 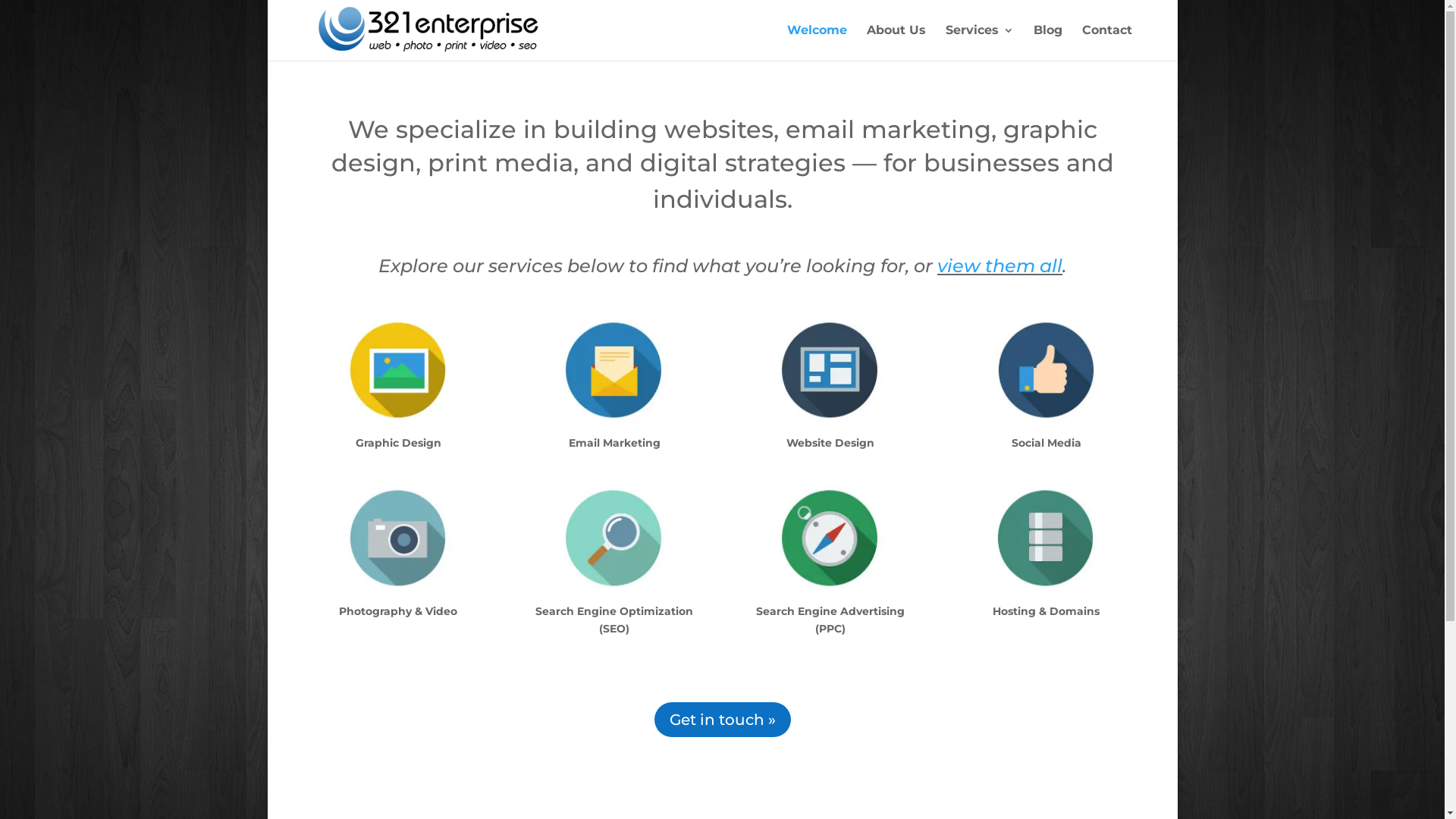 What do you see at coordinates (1045, 537) in the screenshot?
I see `'database-tout'` at bounding box center [1045, 537].